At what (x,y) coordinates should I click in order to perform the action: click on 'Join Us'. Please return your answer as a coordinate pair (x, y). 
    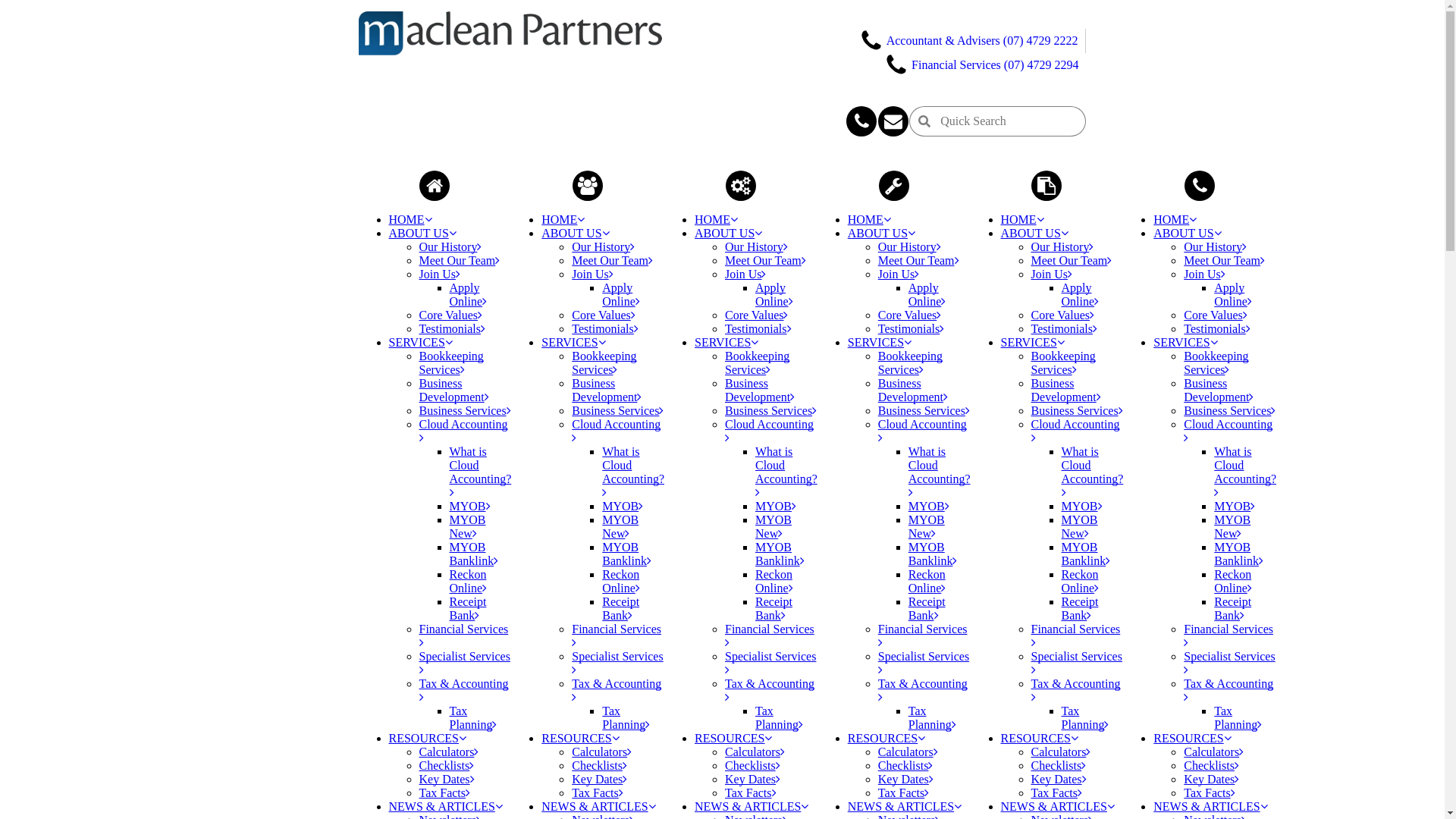
    Looking at the image, I should click on (438, 274).